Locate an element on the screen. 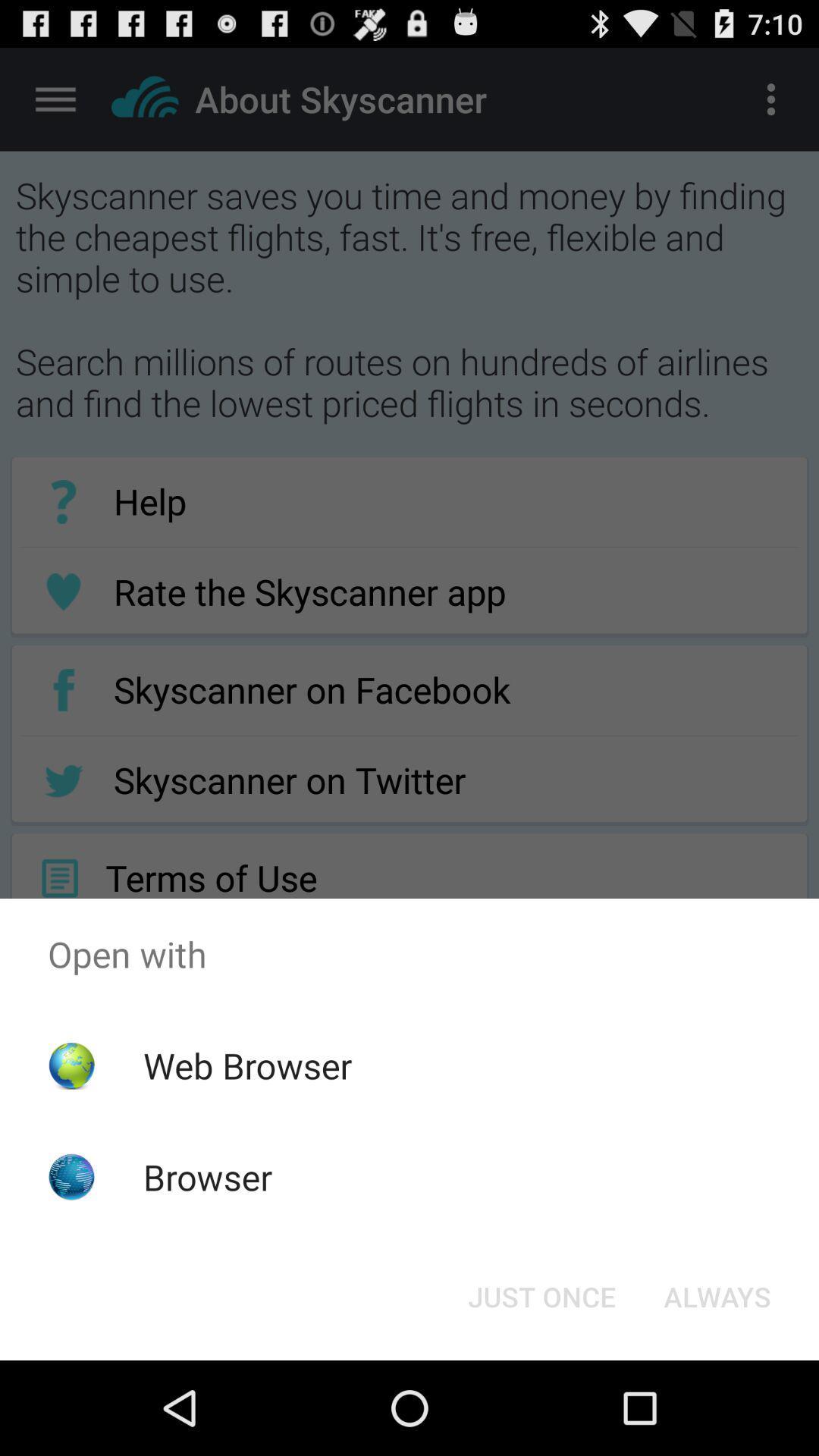 This screenshot has height=1456, width=819. app below the open with is located at coordinates (541, 1295).